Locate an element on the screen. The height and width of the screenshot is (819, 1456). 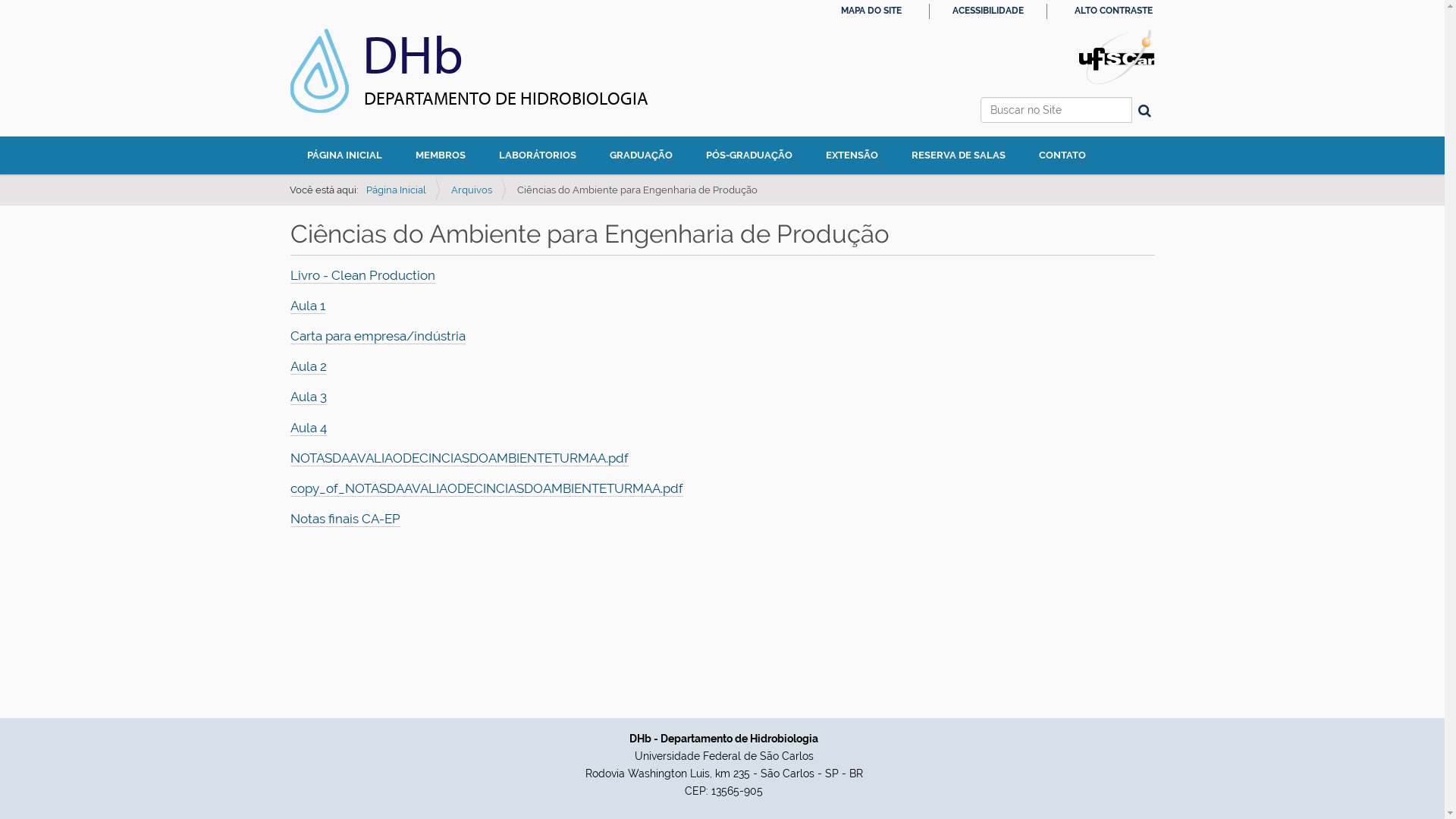
'Buscar no Site' is located at coordinates (979, 109).